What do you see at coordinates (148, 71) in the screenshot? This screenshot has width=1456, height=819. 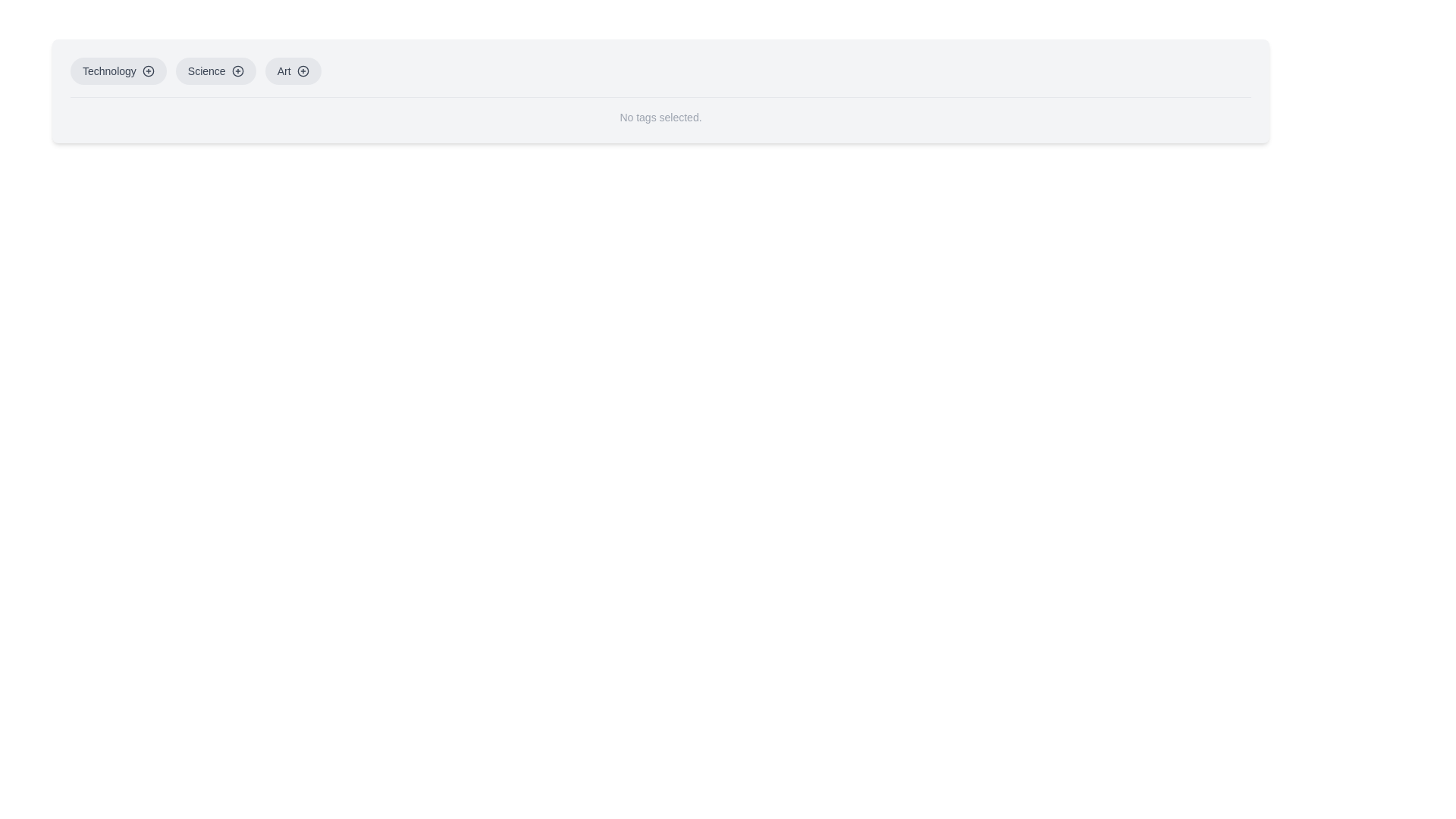 I see `the interactive button icon located to the right of the 'Technology' label in the top-left corner of the interface` at bounding box center [148, 71].